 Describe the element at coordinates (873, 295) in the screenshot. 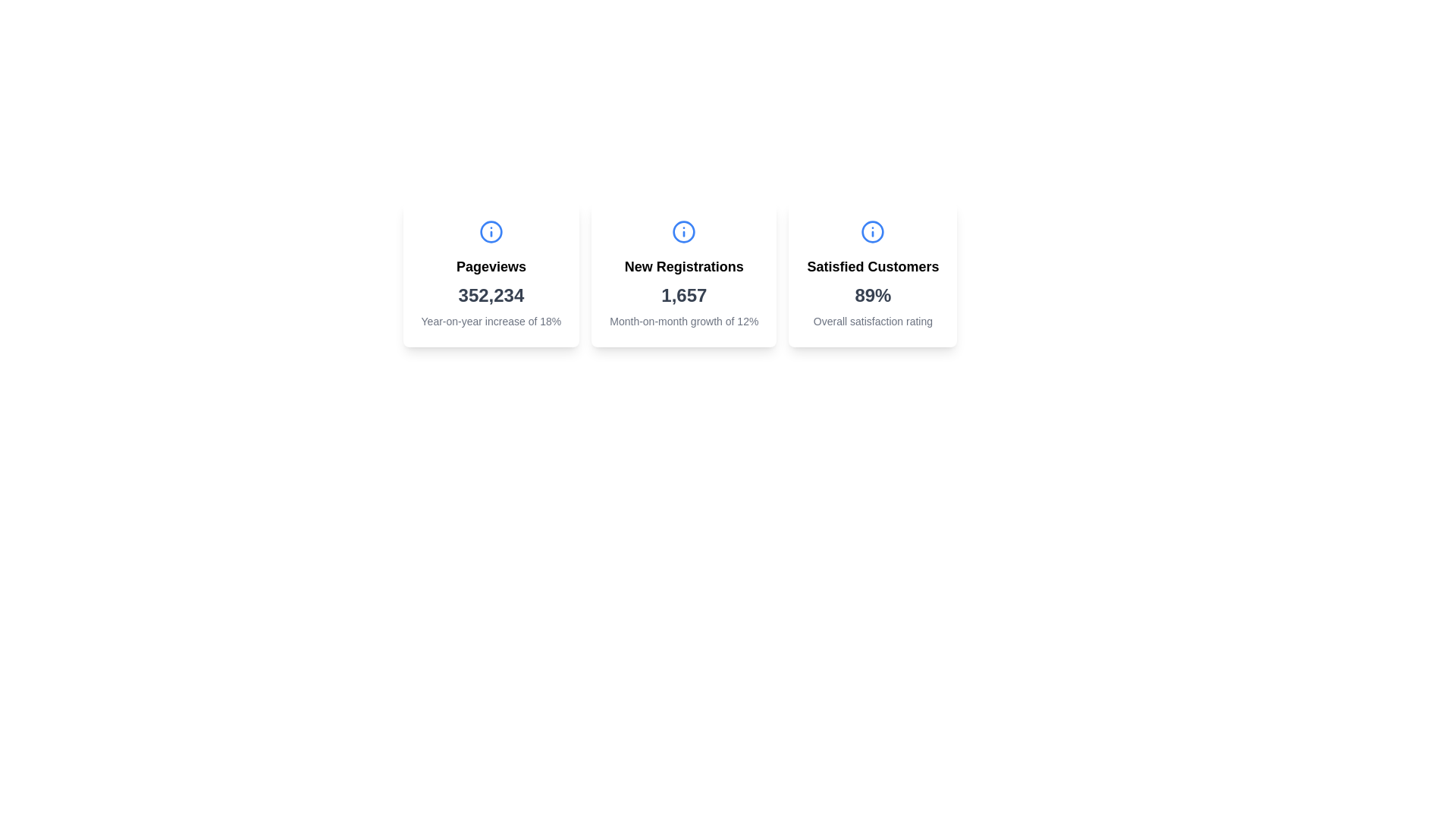

I see `the text block displaying '89%' in a bold and large font, which is styled in slightly dark gray on a white background, located beneath the 'Satisfied Customers' title in the third card of a horizontal row` at that location.